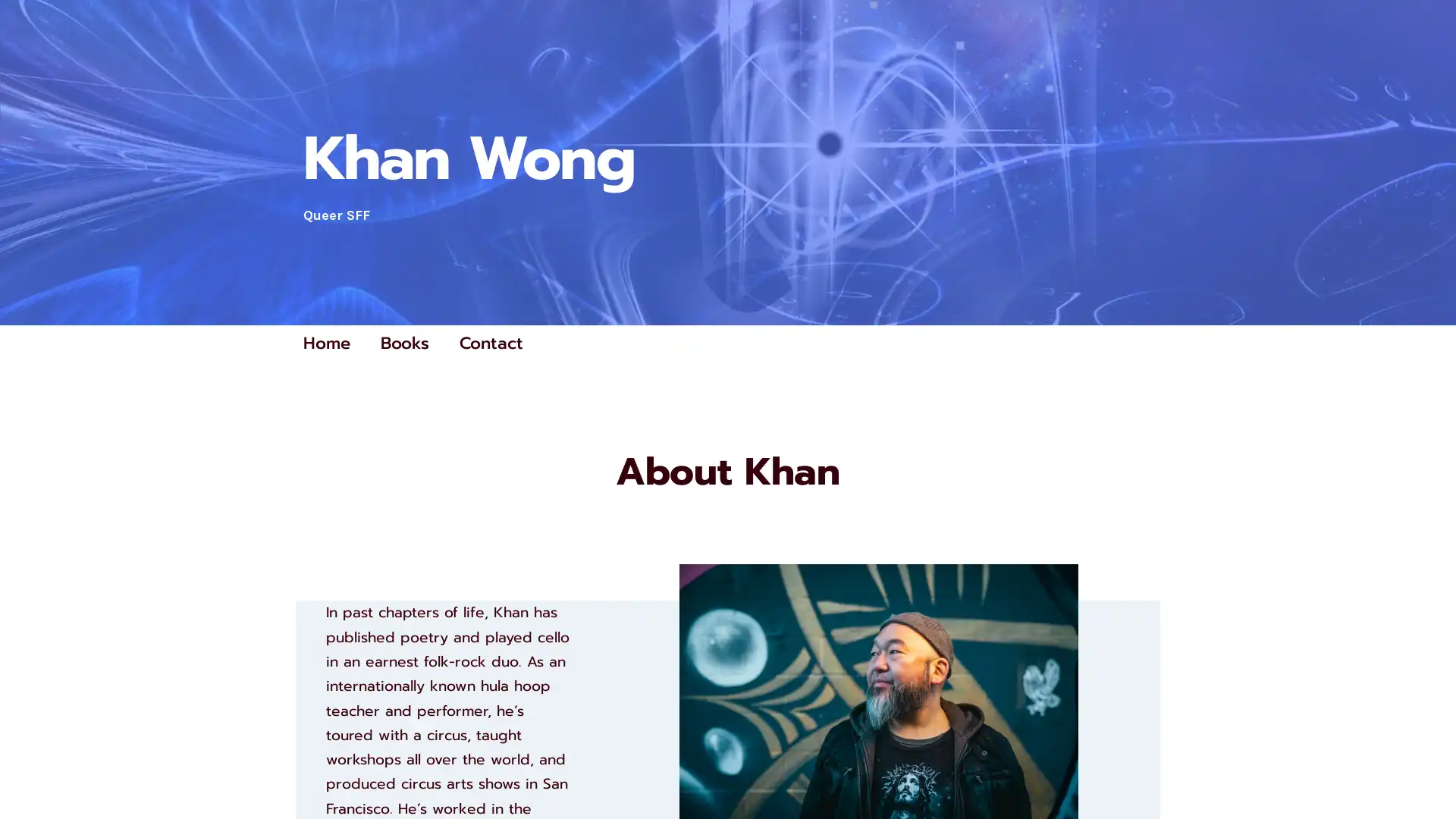  I want to click on Scroll to top, so click(1426, 767).